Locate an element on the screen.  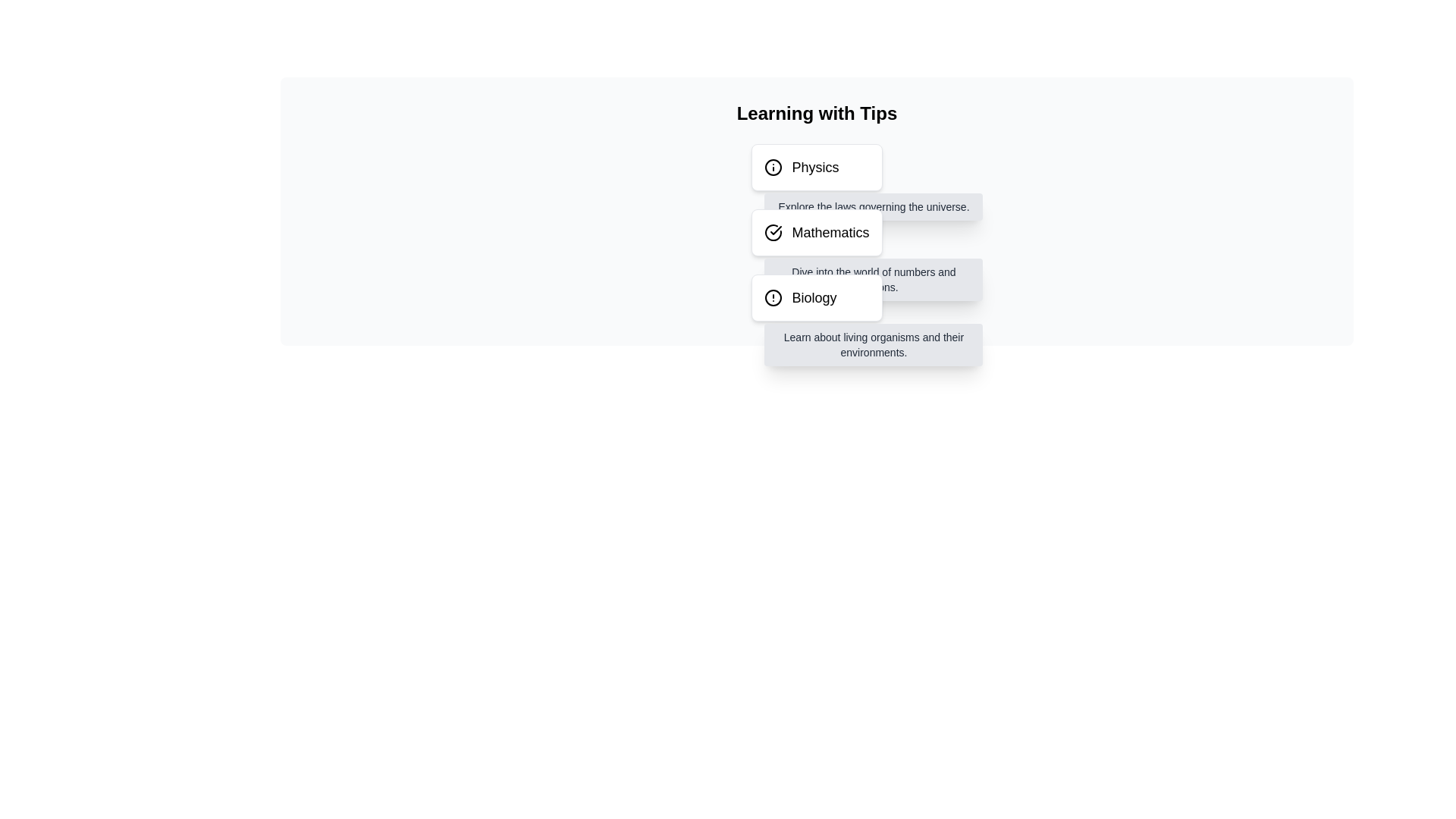
visual indicator icon that marks the 'Mathematics' item as selected or completed, located at the beginning of the row associated with the 'Mathematics' label is located at coordinates (773, 233).